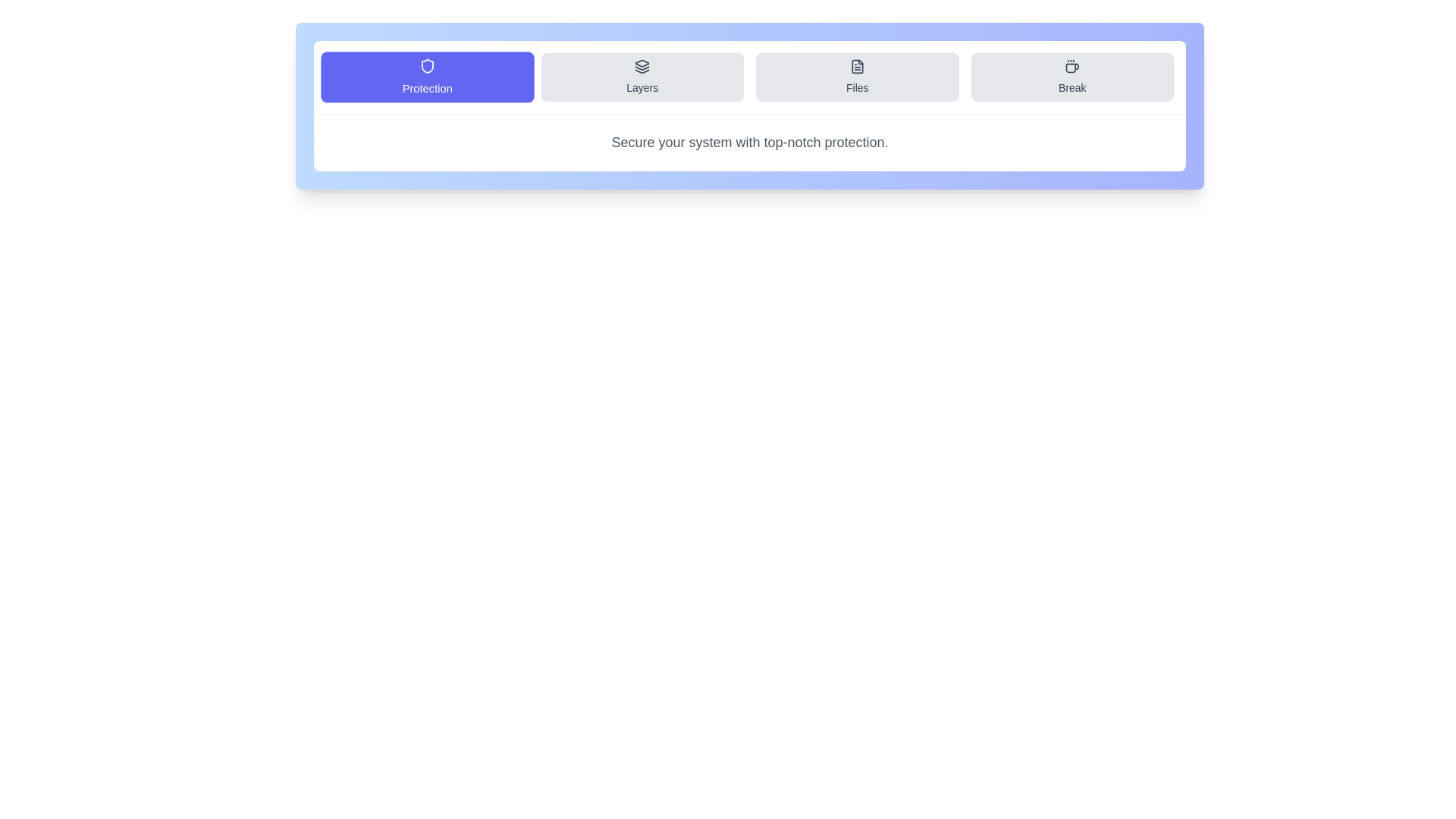 This screenshot has height=819, width=1456. I want to click on the icon of the Layers tab, so click(642, 66).